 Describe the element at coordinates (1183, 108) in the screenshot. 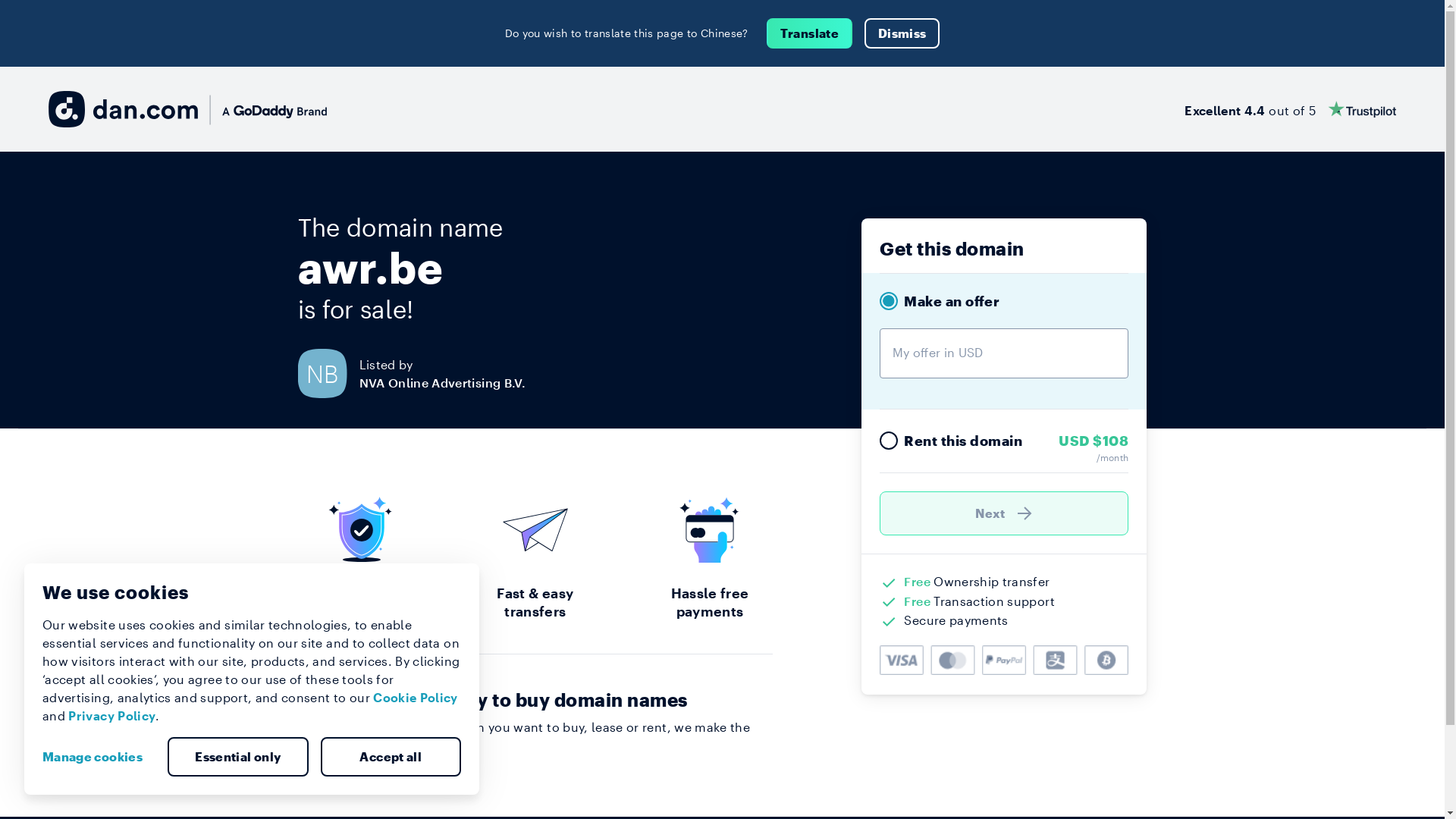

I see `'Excellent 4.4 out of 5'` at that location.